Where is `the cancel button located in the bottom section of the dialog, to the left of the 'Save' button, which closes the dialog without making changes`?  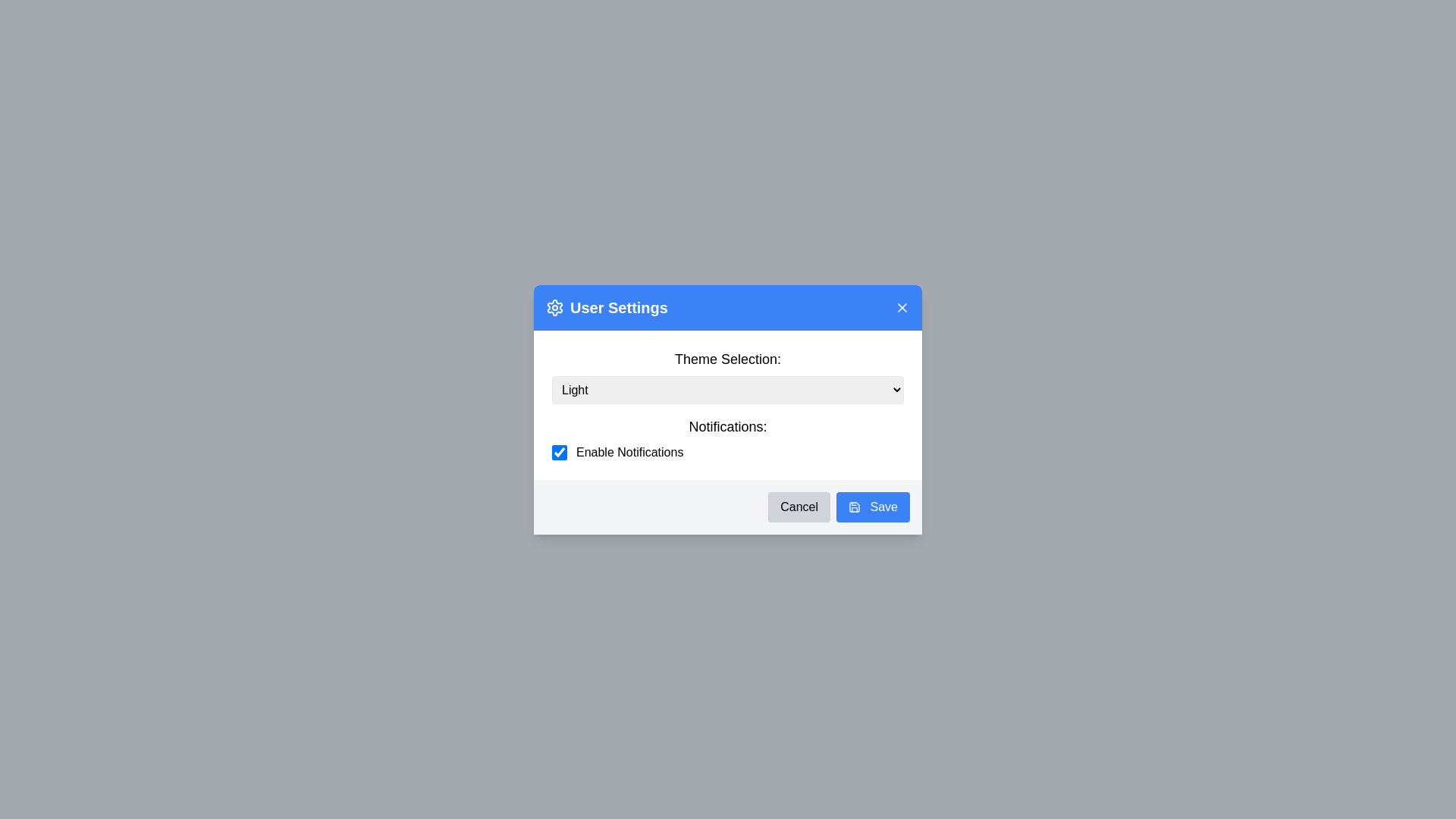
the cancel button located in the bottom section of the dialog, to the left of the 'Save' button, which closes the dialog without making changes is located at coordinates (799, 507).